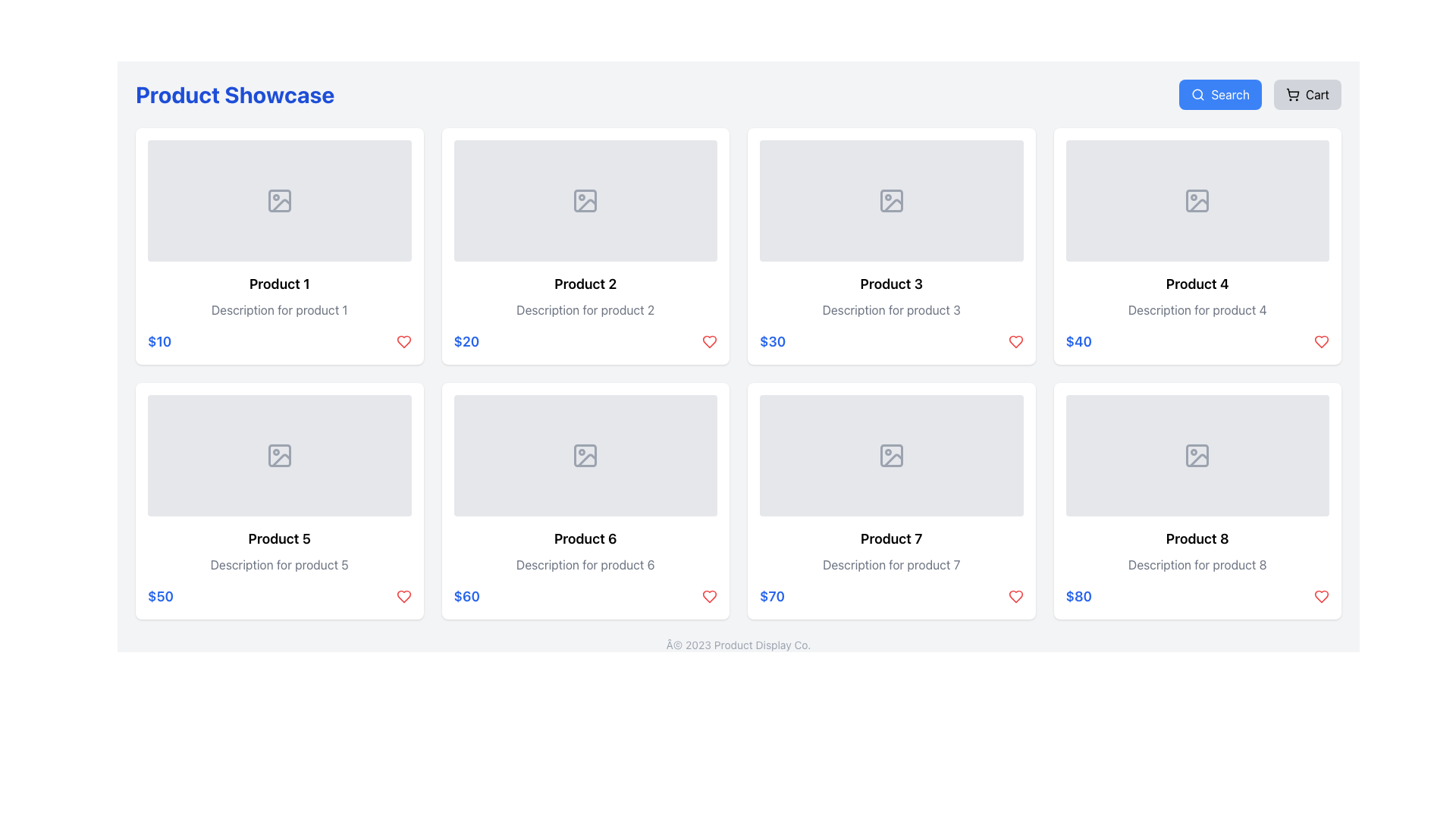 The width and height of the screenshot is (1456, 819). I want to click on the Card UI component for the product located in the second row and second column of the grid, which displays product information including image, name, description, and price, so click(585, 500).